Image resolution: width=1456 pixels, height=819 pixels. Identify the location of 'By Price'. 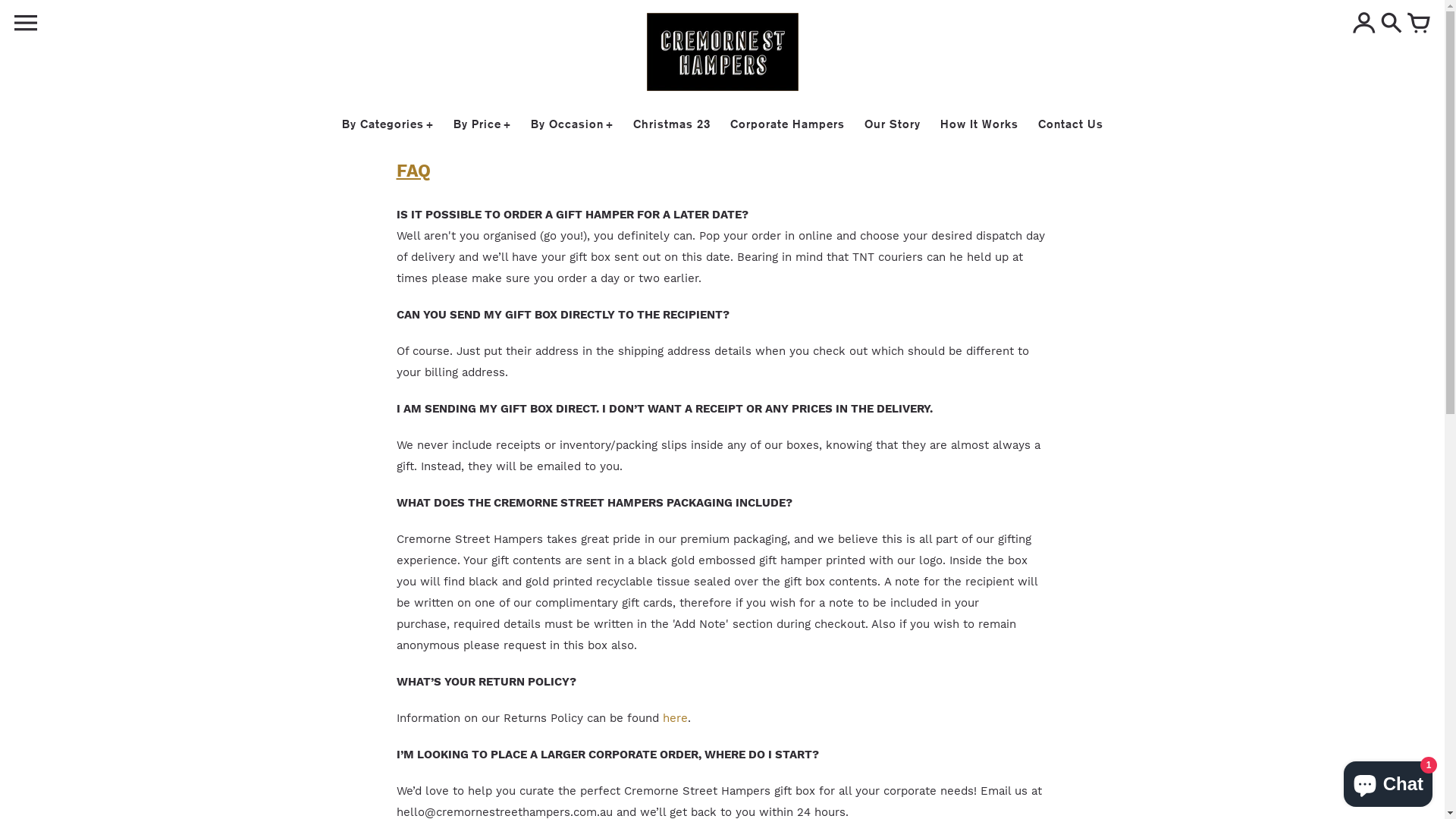
(482, 123).